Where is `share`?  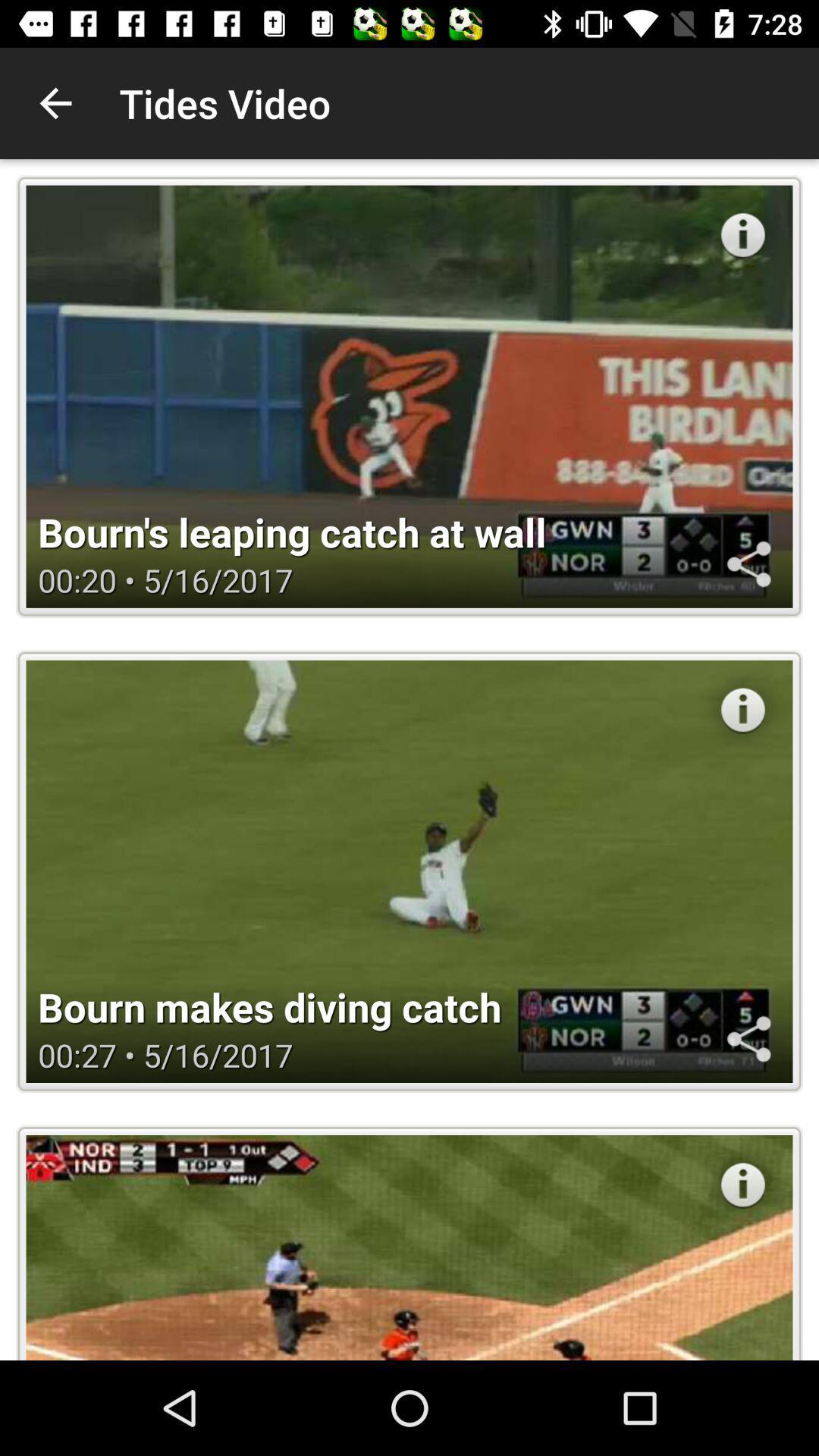
share is located at coordinates (748, 1038).